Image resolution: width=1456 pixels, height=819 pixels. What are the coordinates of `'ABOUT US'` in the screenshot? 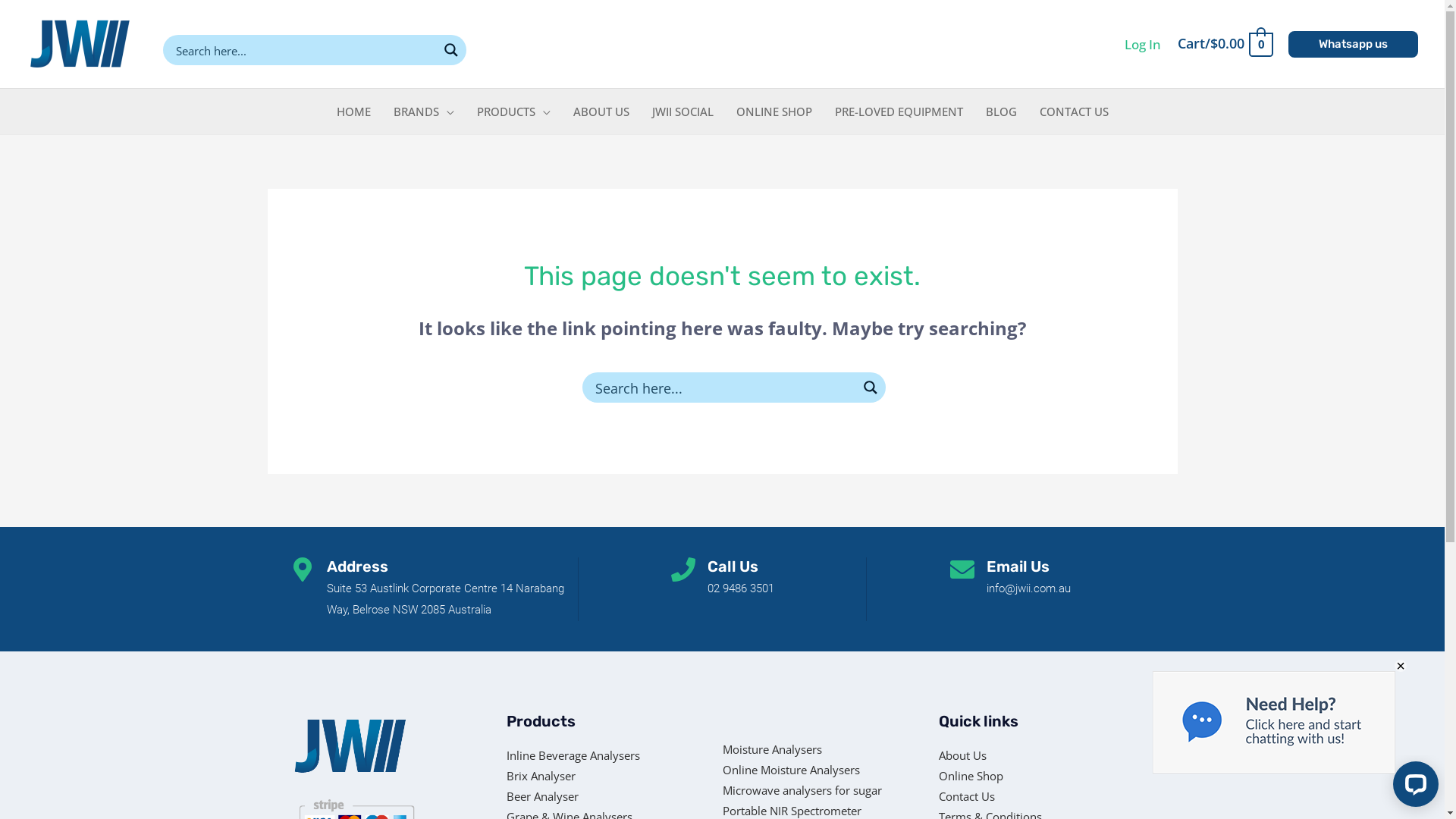 It's located at (560, 110).